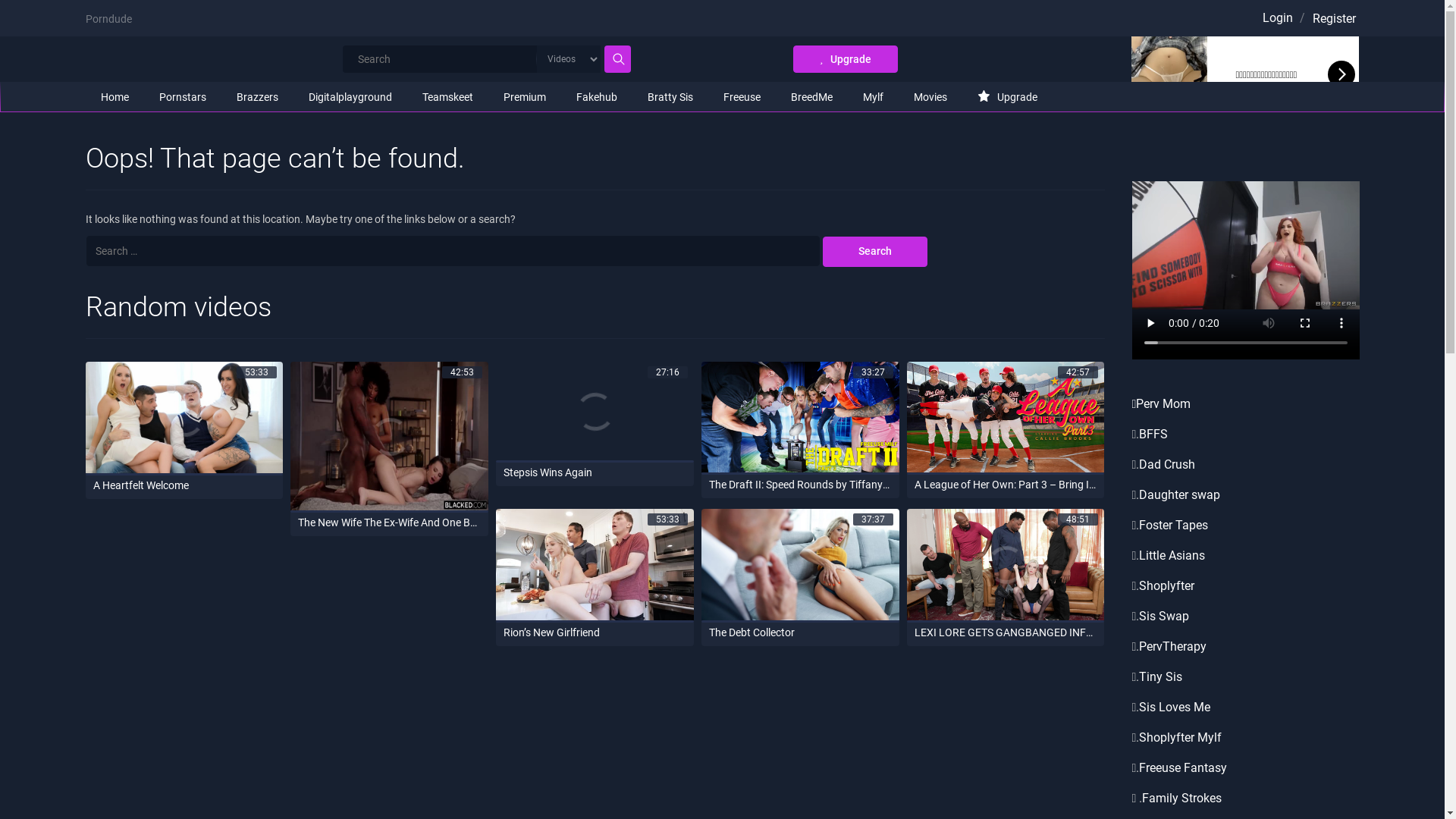 This screenshot has width=1456, height=819. Describe the element at coordinates (290, 437) in the screenshot. I see `'42:53'` at that location.